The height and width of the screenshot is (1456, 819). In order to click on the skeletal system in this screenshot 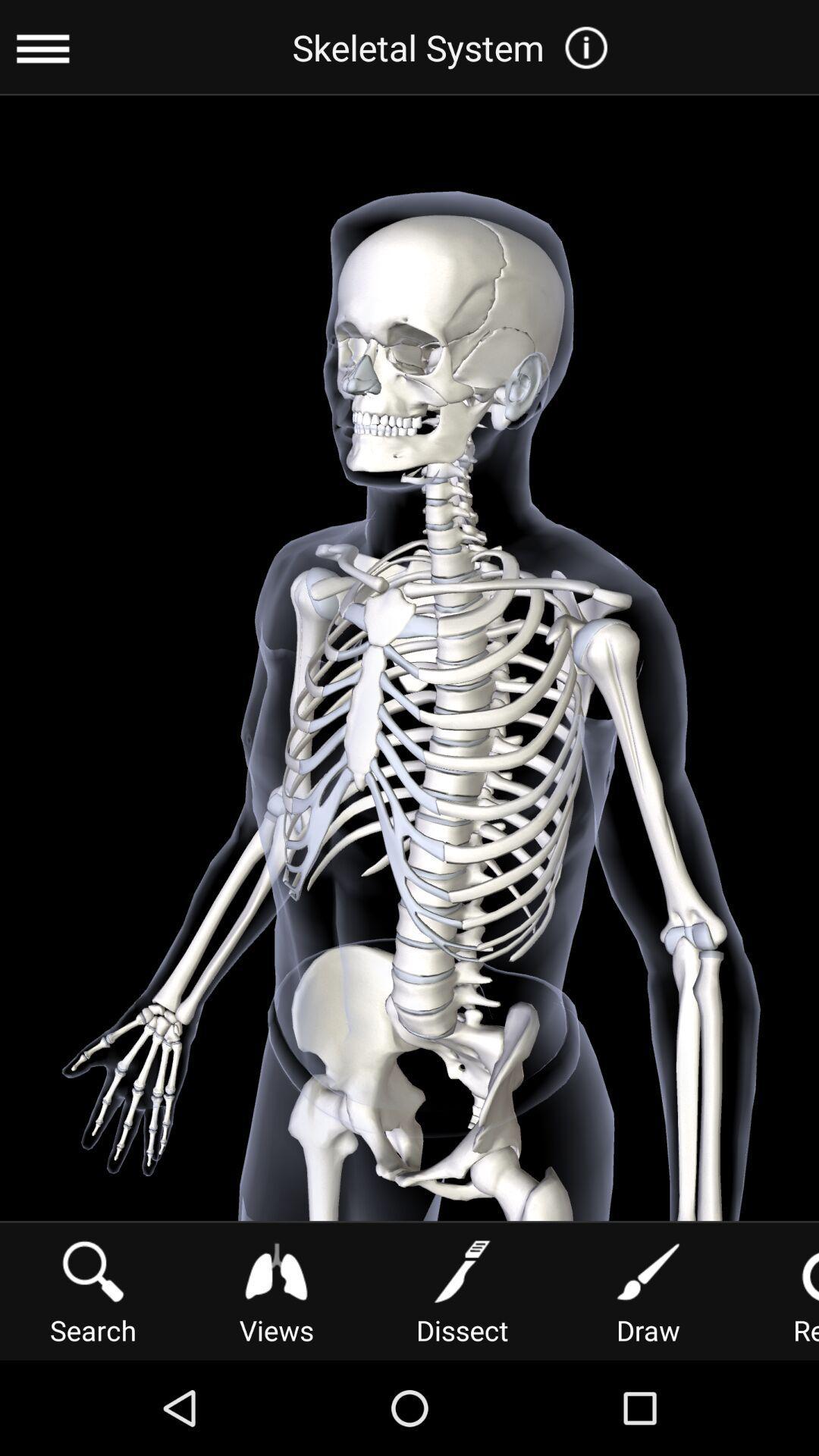, I will do `click(454, 47)`.